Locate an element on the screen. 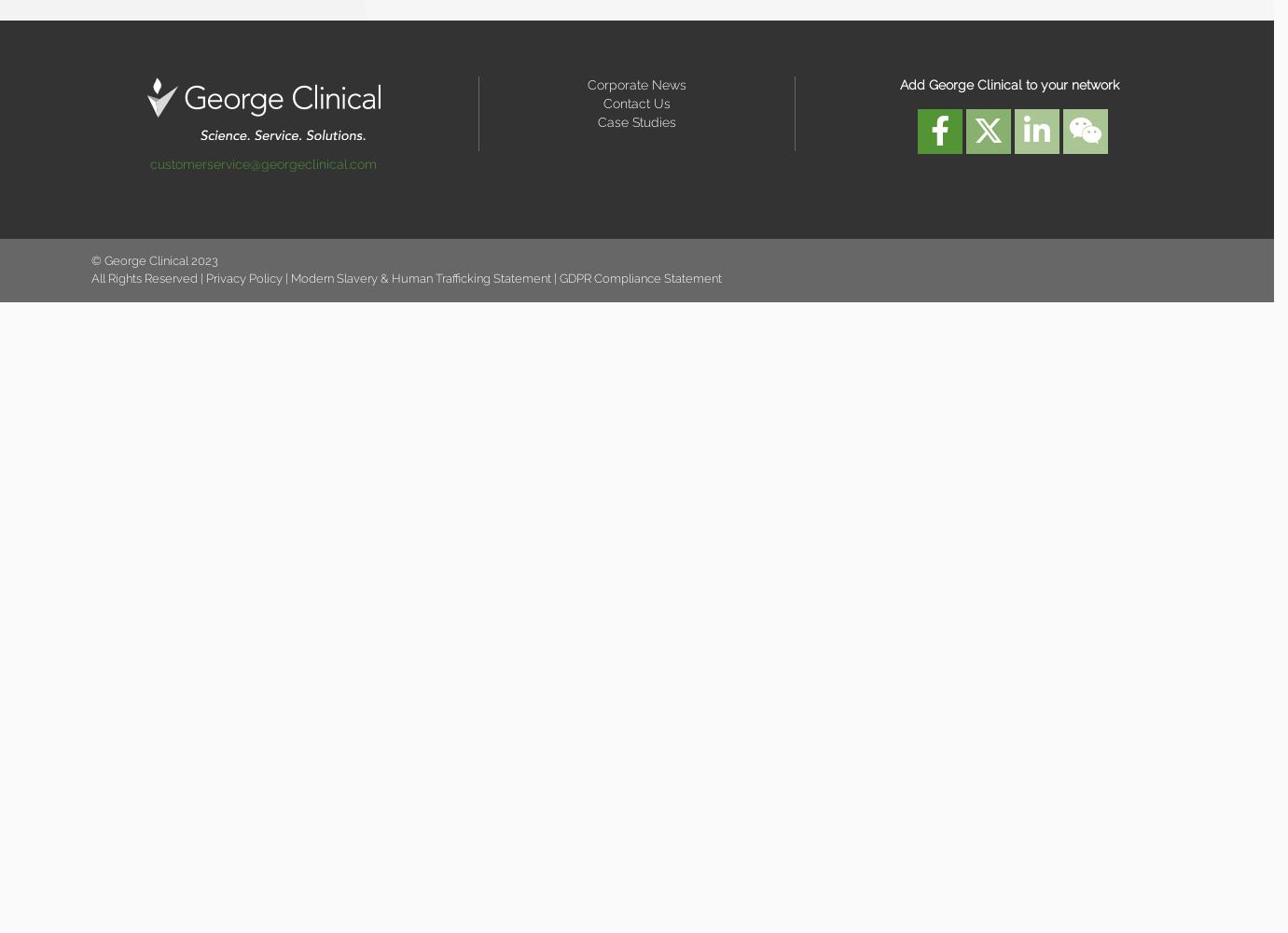 This screenshot has height=933, width=1288. 'Contact Us' is located at coordinates (634, 102).